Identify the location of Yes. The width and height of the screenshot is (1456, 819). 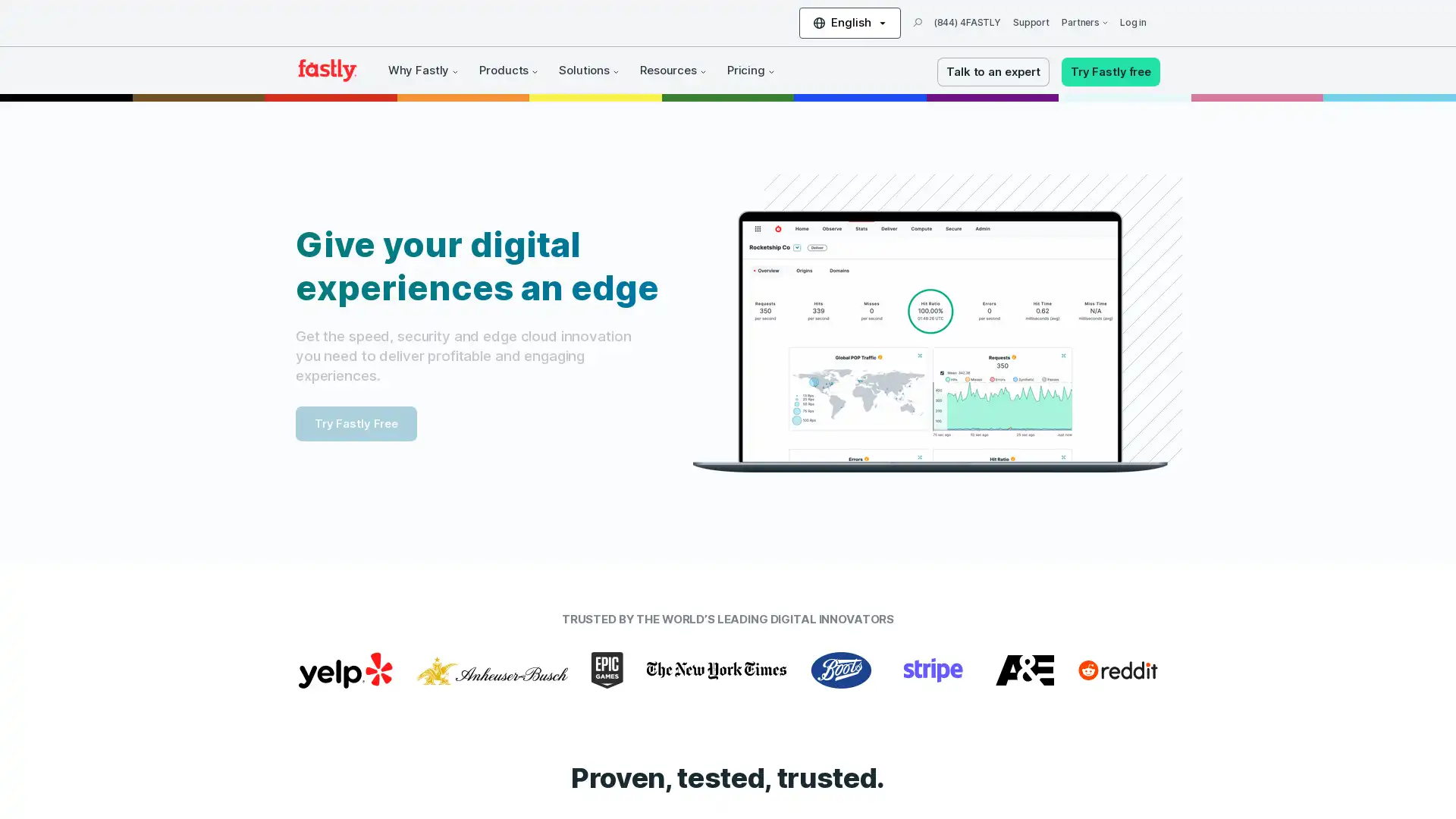
(154, 721).